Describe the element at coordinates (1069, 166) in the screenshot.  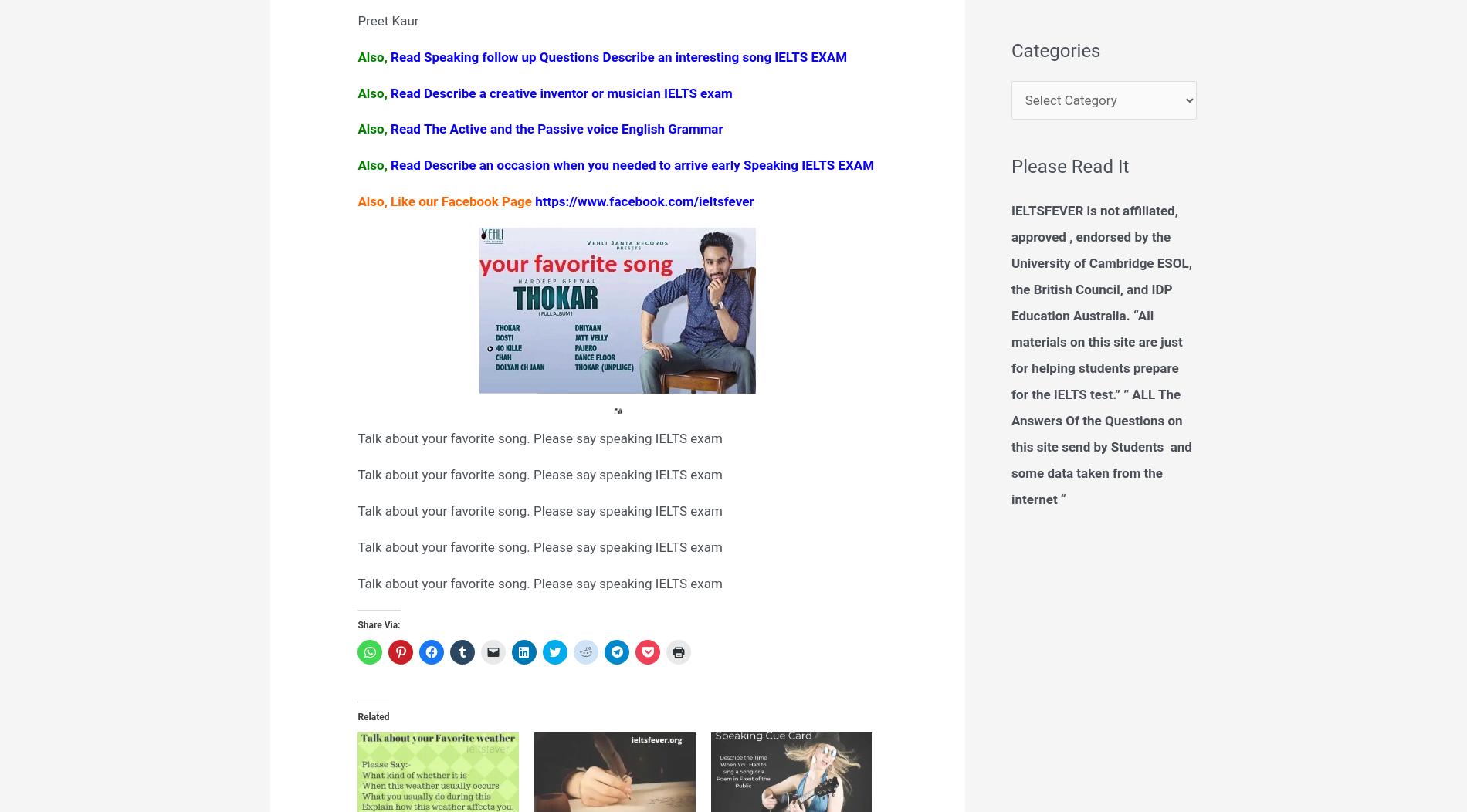
I see `'Please Read It'` at that location.